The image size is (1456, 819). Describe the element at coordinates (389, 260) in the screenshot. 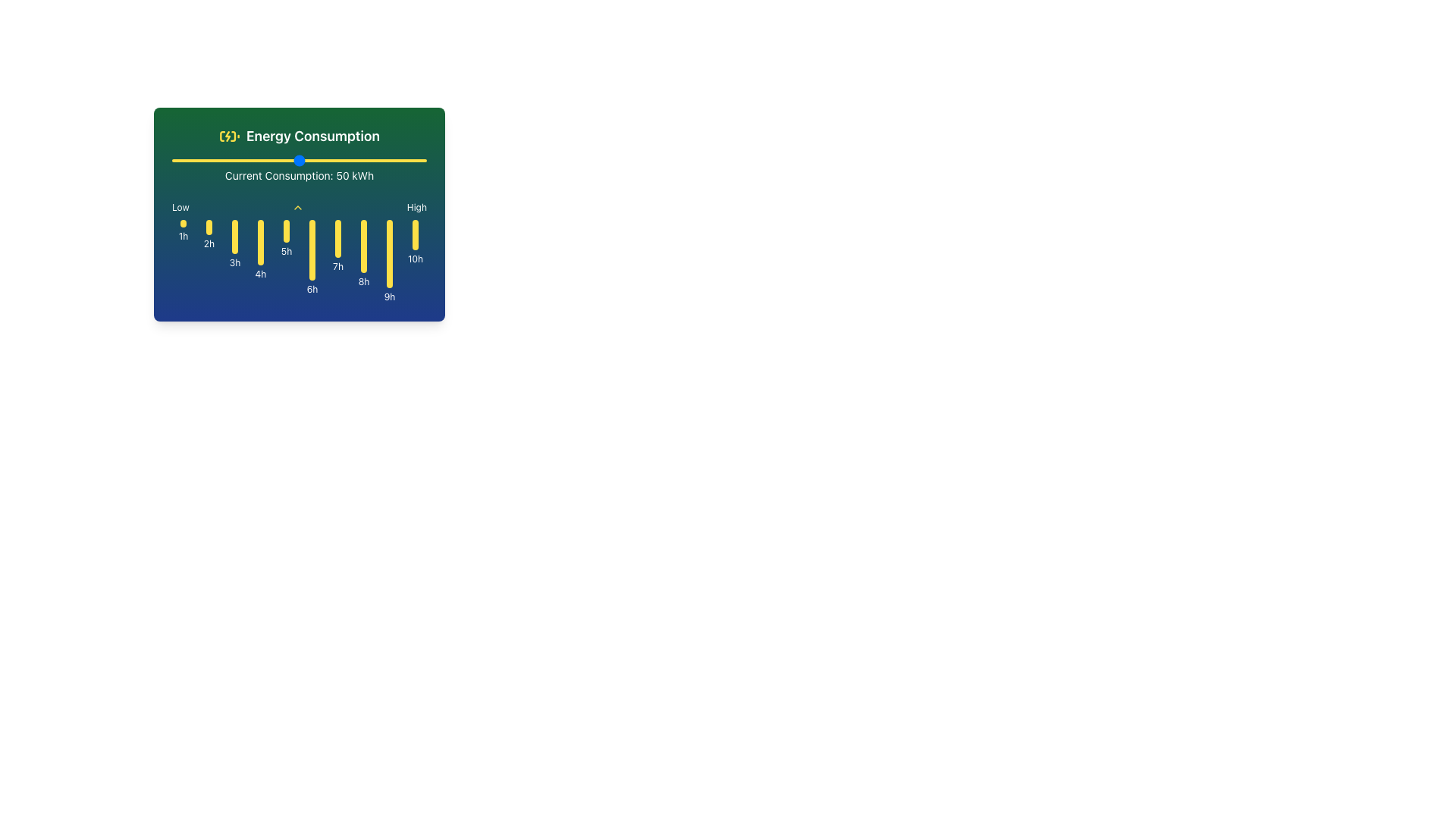

I see `the 9th bar in the 'Current Consumption' section of the horizontal bar chart` at that location.